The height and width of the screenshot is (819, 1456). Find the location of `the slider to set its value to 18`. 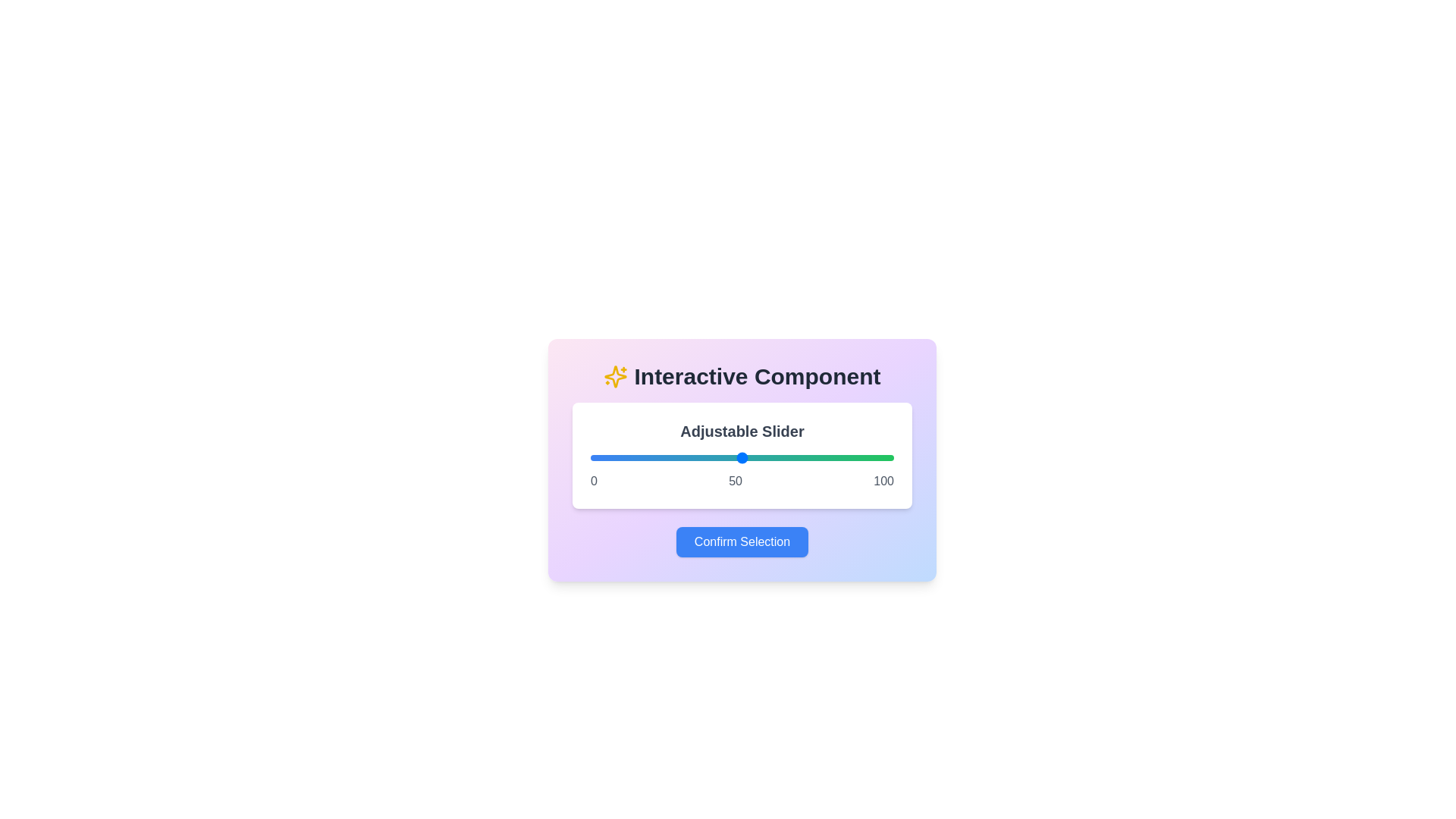

the slider to set its value to 18 is located at coordinates (645, 457).